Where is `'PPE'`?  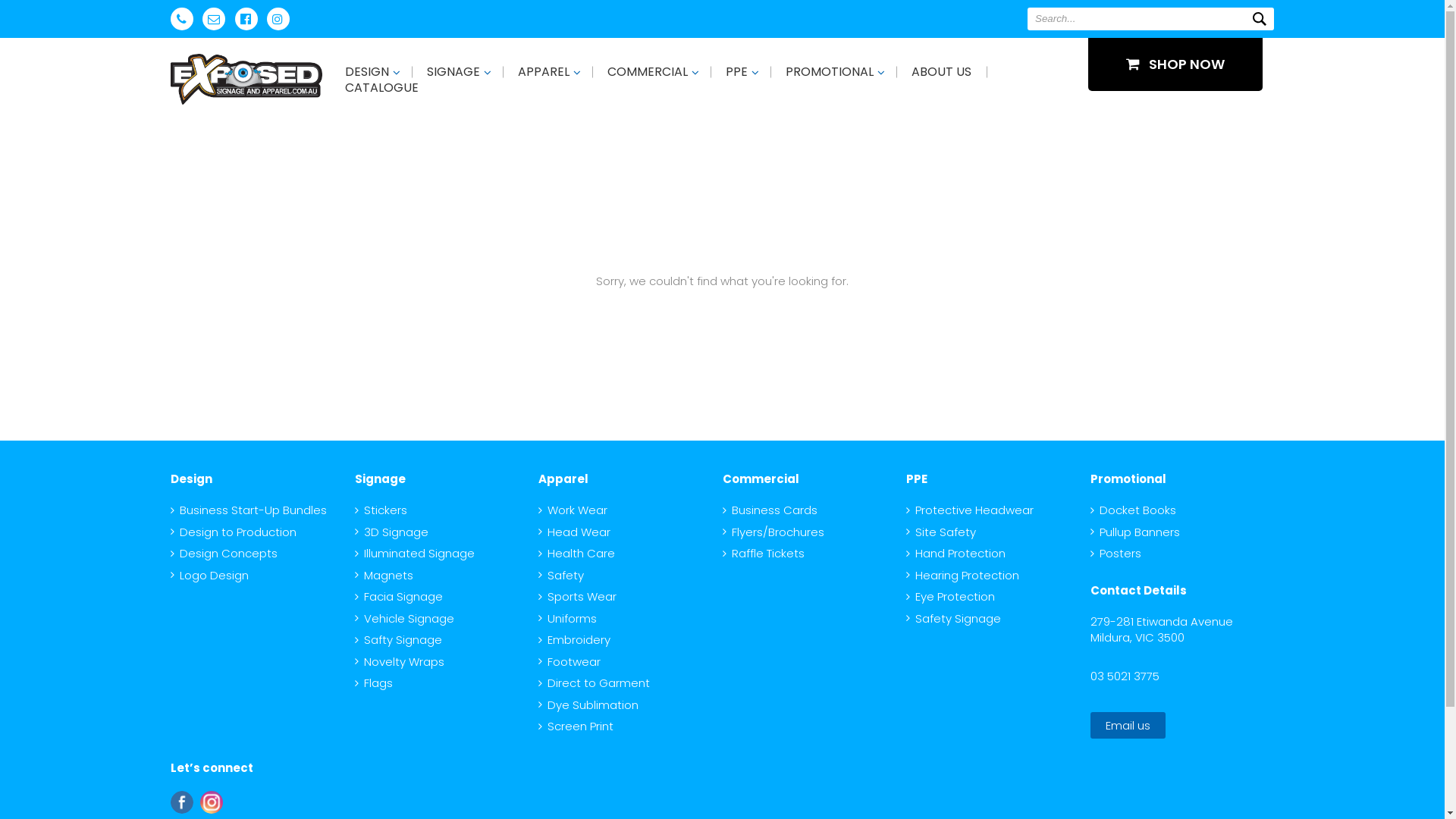 'PPE' is located at coordinates (736, 71).